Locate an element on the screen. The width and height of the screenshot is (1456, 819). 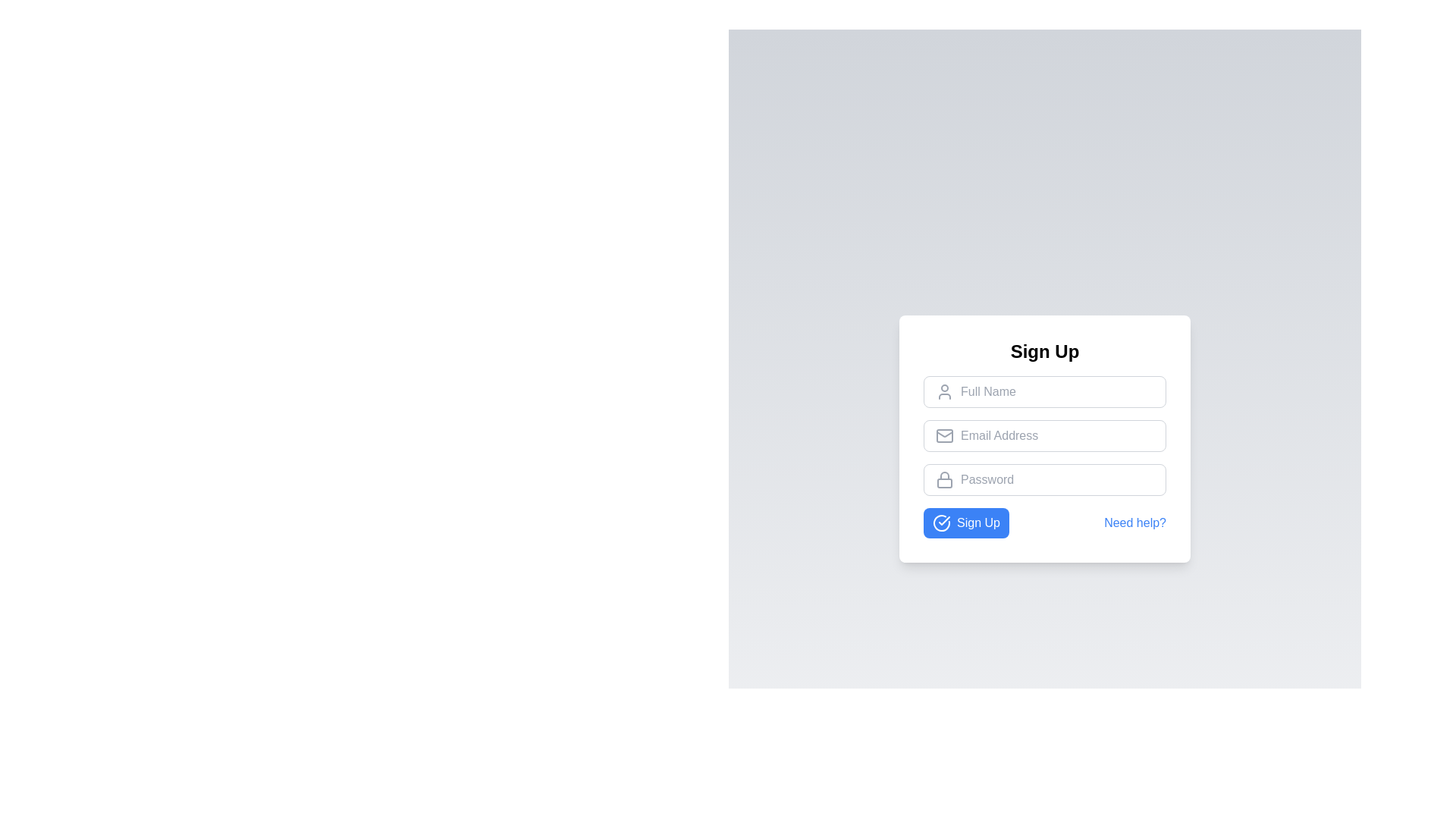
the email input field with placeholder 'Email Address', which is styled with rounded corners and positioned is located at coordinates (1043, 435).